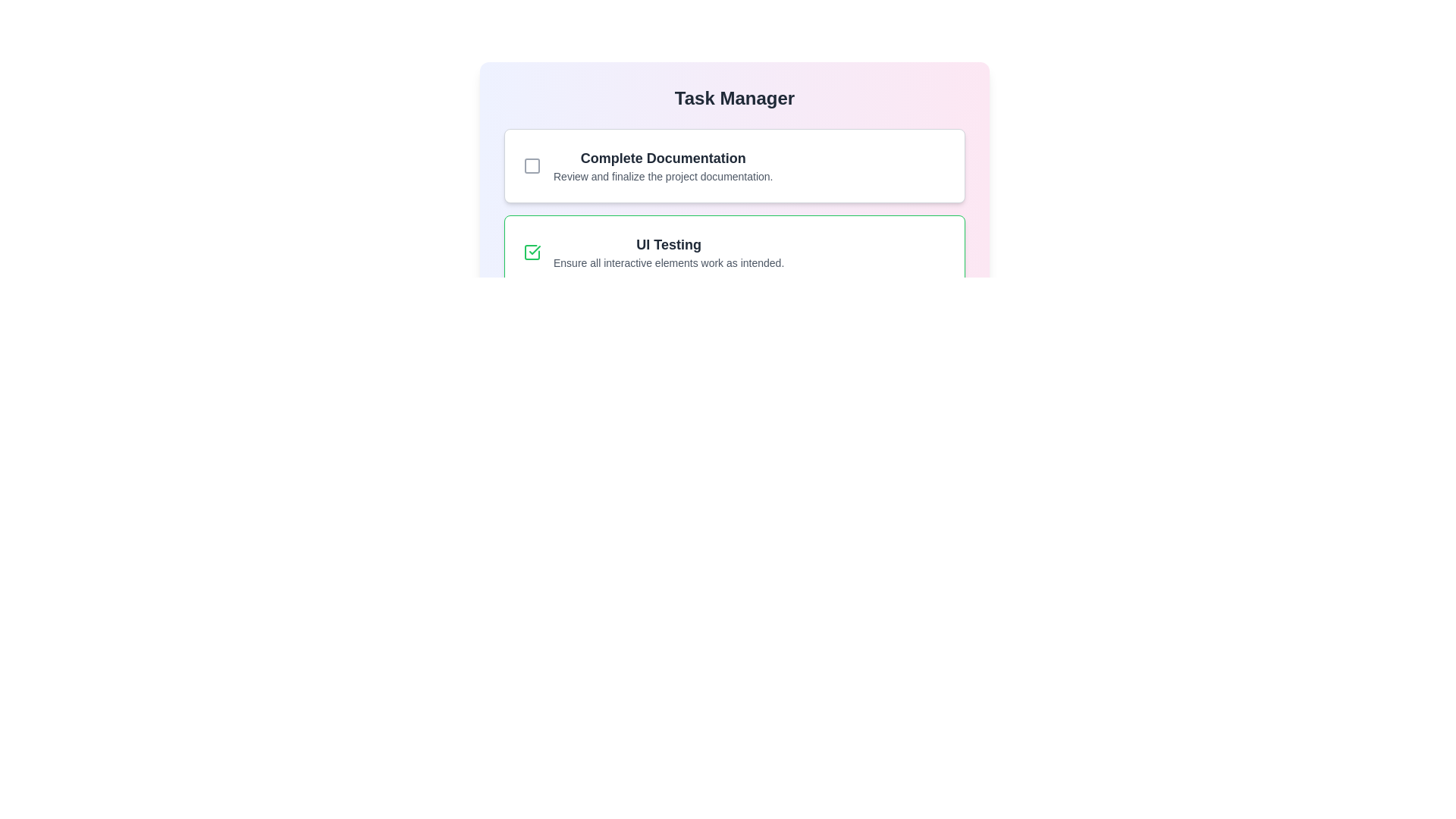 Image resolution: width=1456 pixels, height=819 pixels. What do you see at coordinates (532, 166) in the screenshot?
I see `the inner square icon indicating the pending or incomplete status for the task 'Complete Documentation', located on the left side of the first task item under the 'Task Manager' title` at bounding box center [532, 166].